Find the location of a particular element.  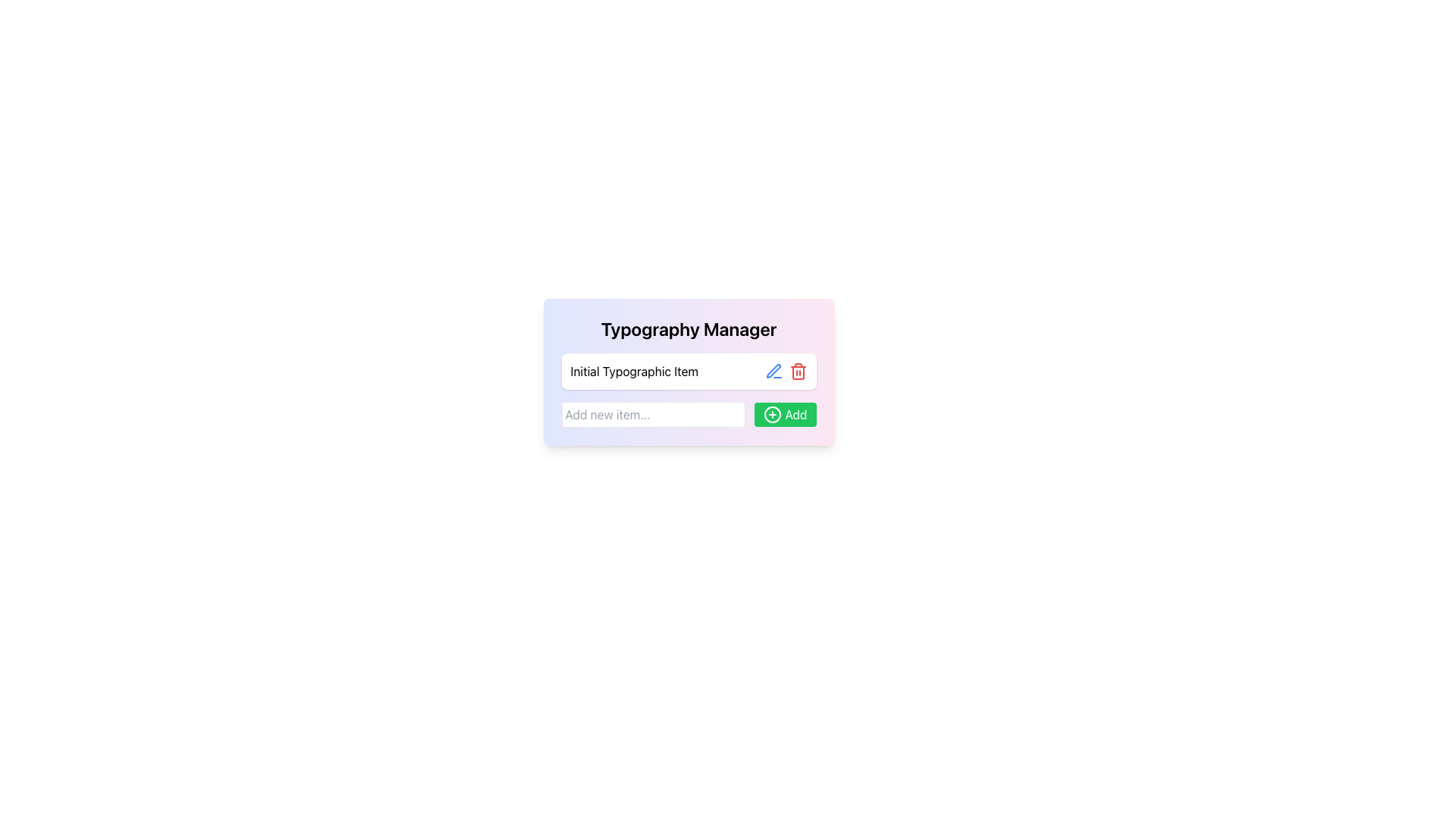

the red trash icon button, which is part of a horizontal group of icons is located at coordinates (797, 371).